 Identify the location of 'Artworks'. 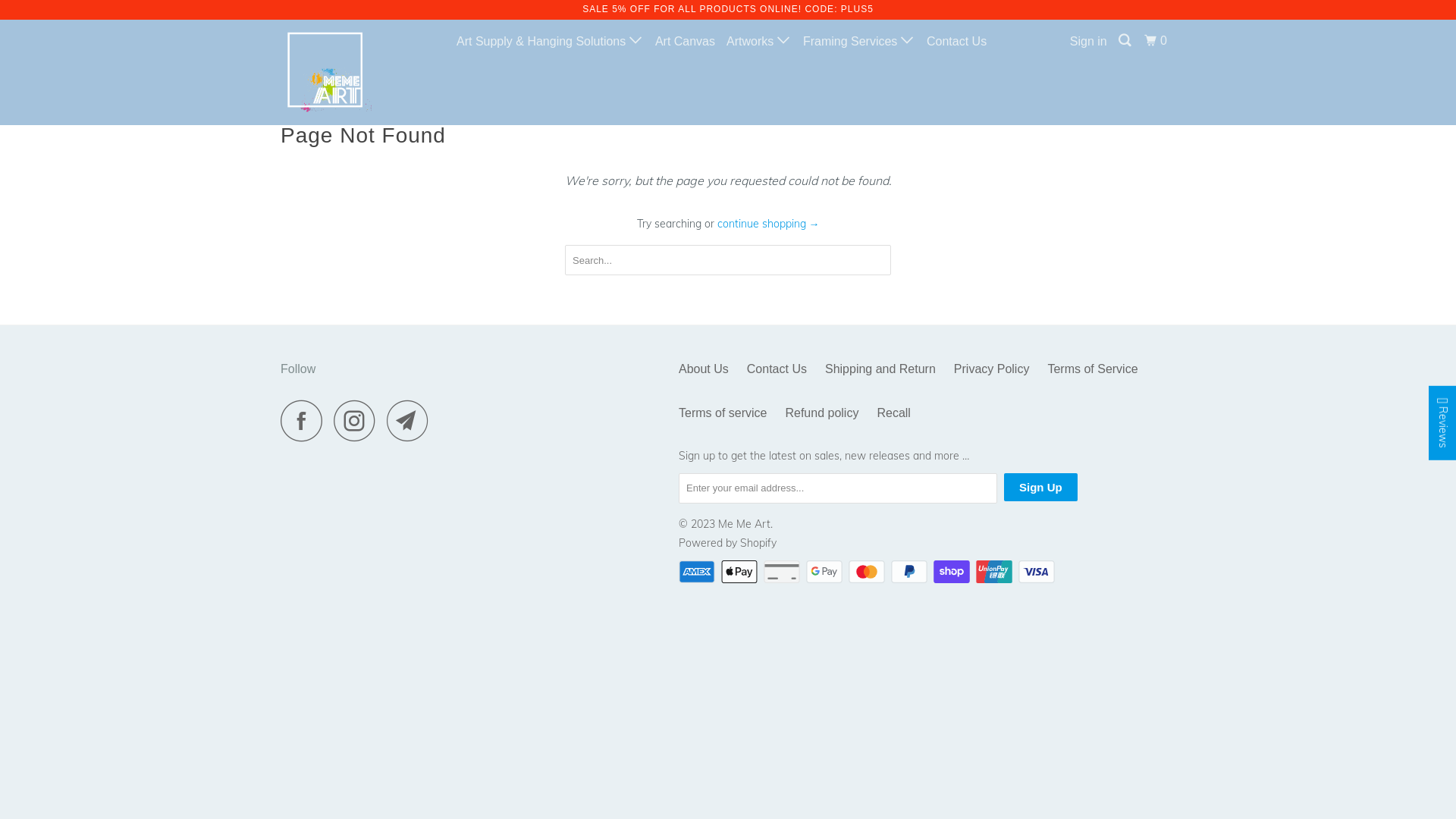
(759, 40).